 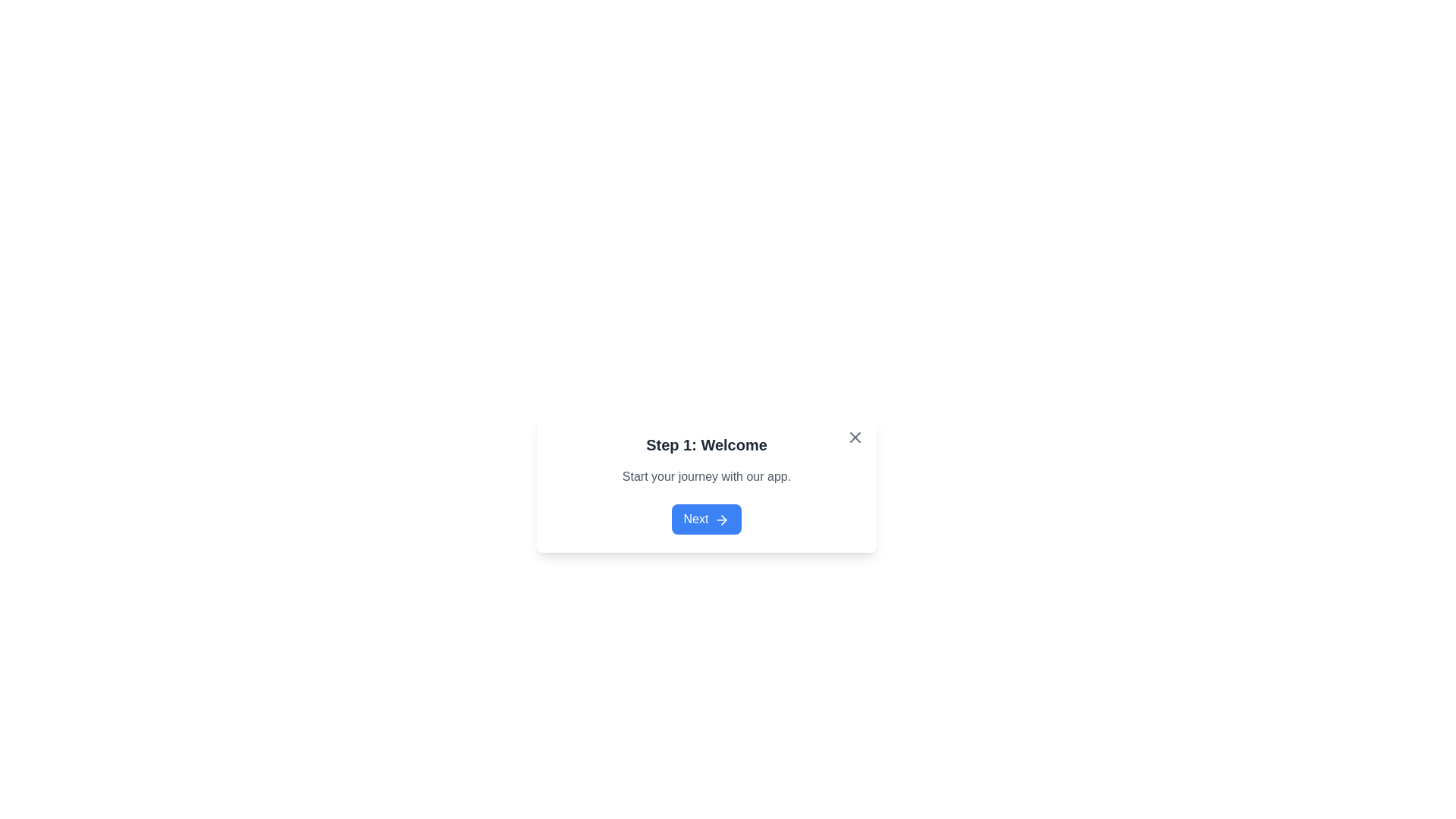 I want to click on the close button represented by an 'X' in the upper-right corner of the modal dialog box to change its color, so click(x=855, y=438).